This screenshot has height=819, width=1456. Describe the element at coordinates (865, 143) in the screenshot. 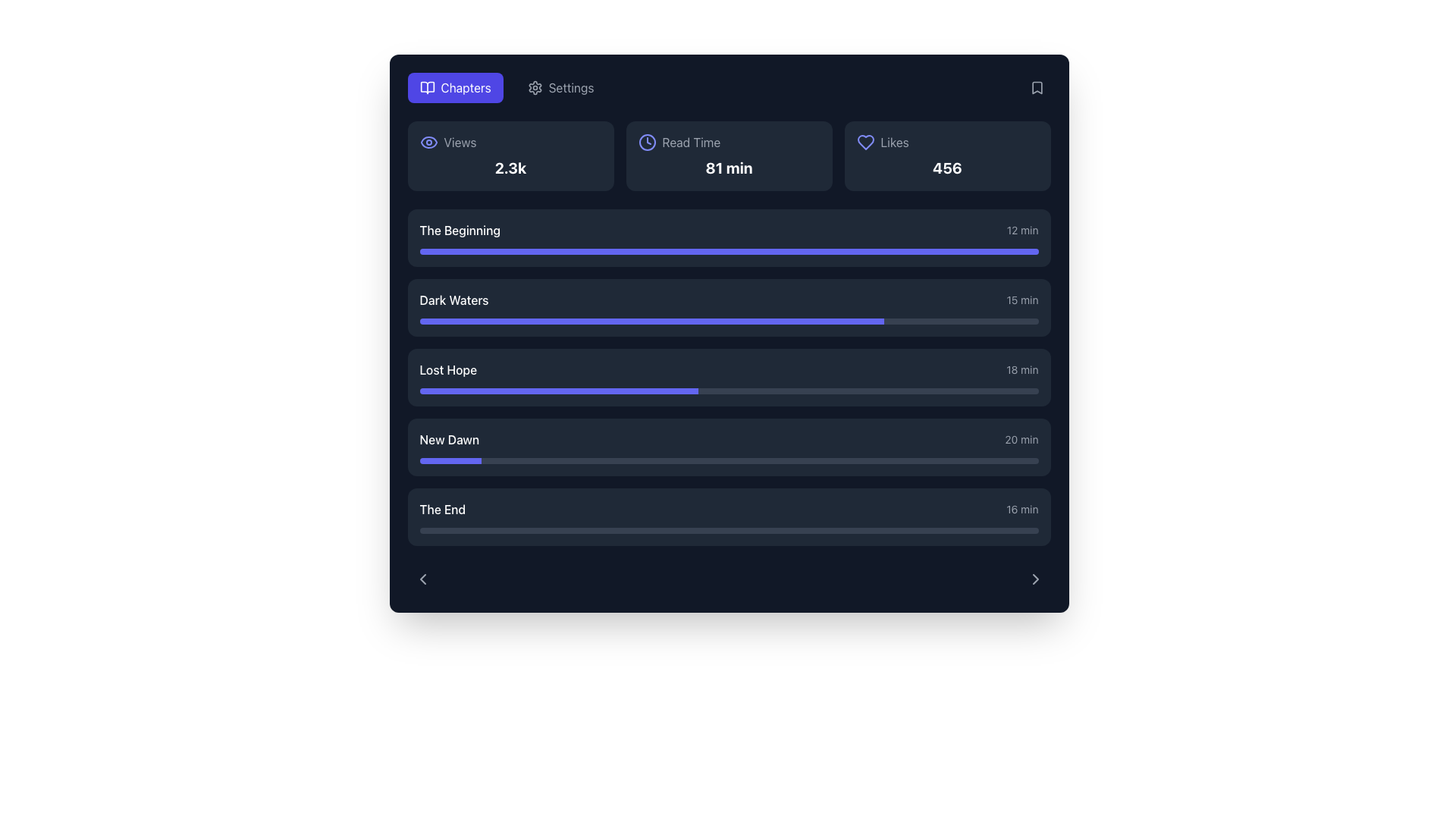

I see `the heart-shaped icon styled with an outline design in purple color, located next to 'Likes' and the value '456' in the top row of the dashboard` at that location.